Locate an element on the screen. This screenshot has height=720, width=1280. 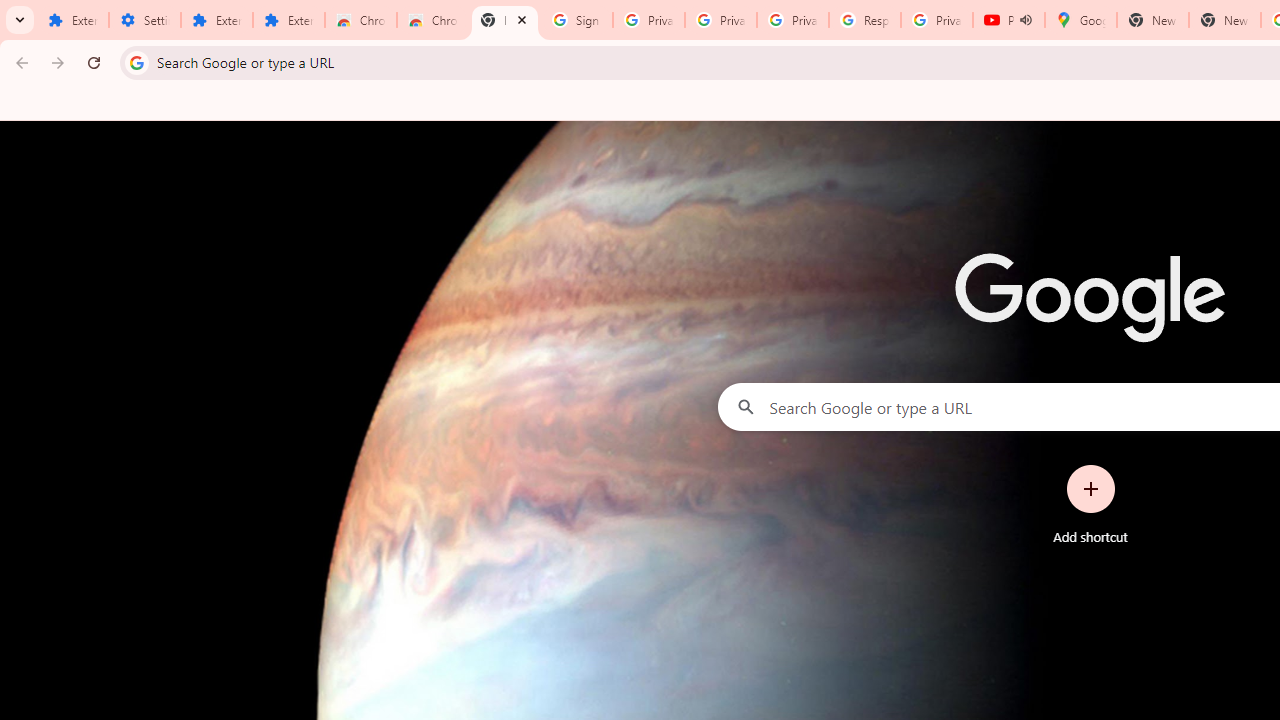
'Chrome Web Store - Themes' is located at coordinates (431, 20).